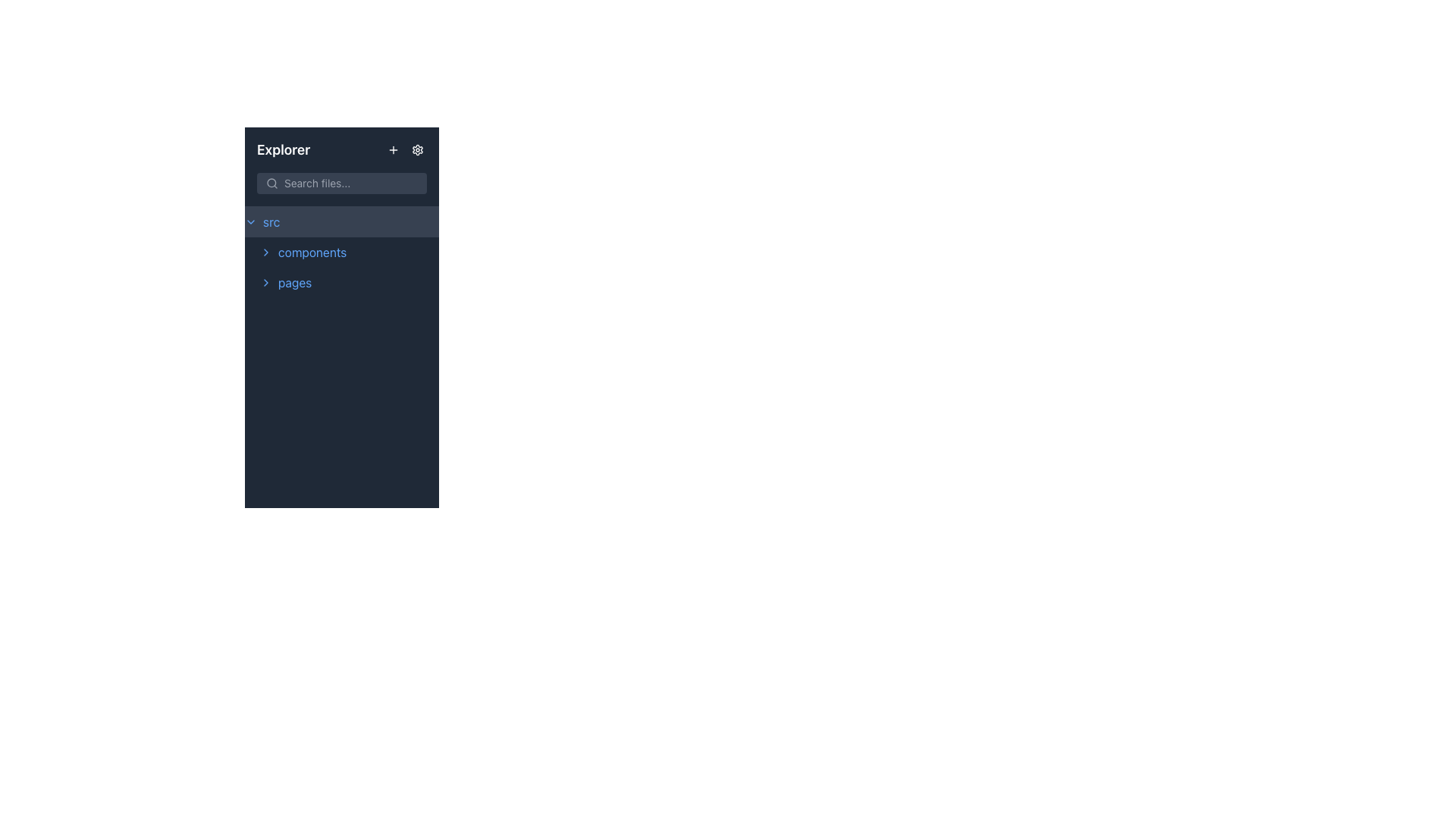 The height and width of the screenshot is (819, 1456). Describe the element at coordinates (418, 149) in the screenshot. I see `the settings icon button located at the top-right corner of the interface panel` at that location.